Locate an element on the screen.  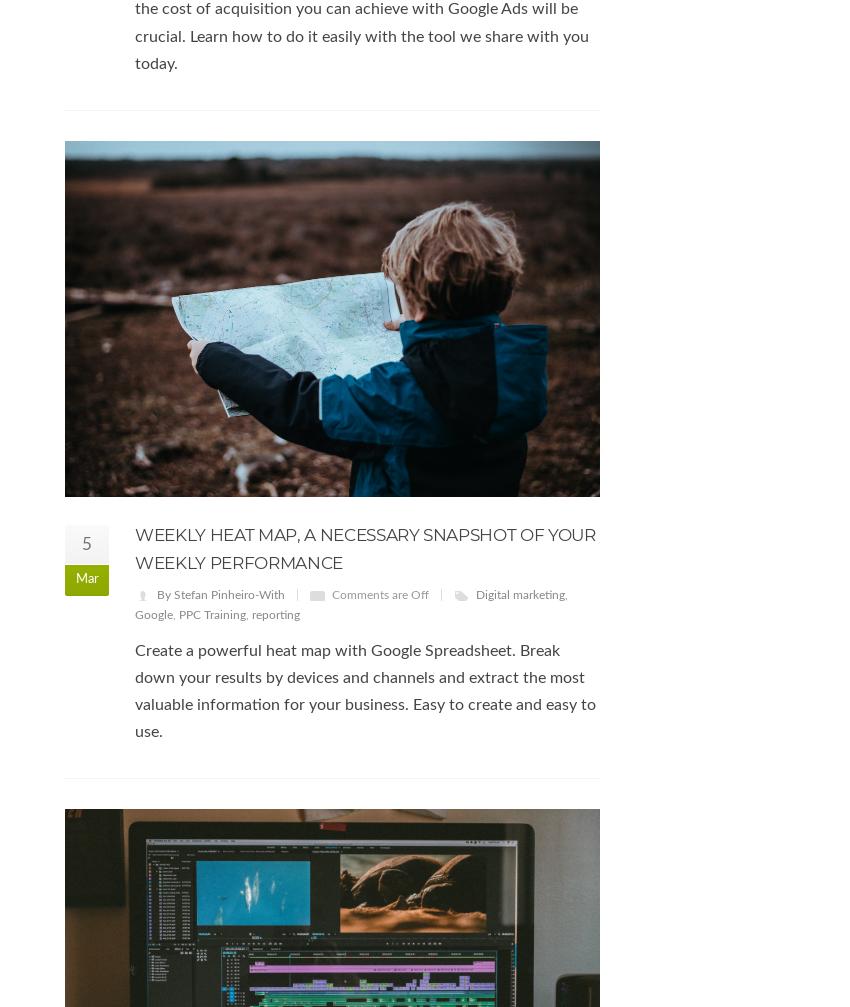
'5' is located at coordinates (86, 542).